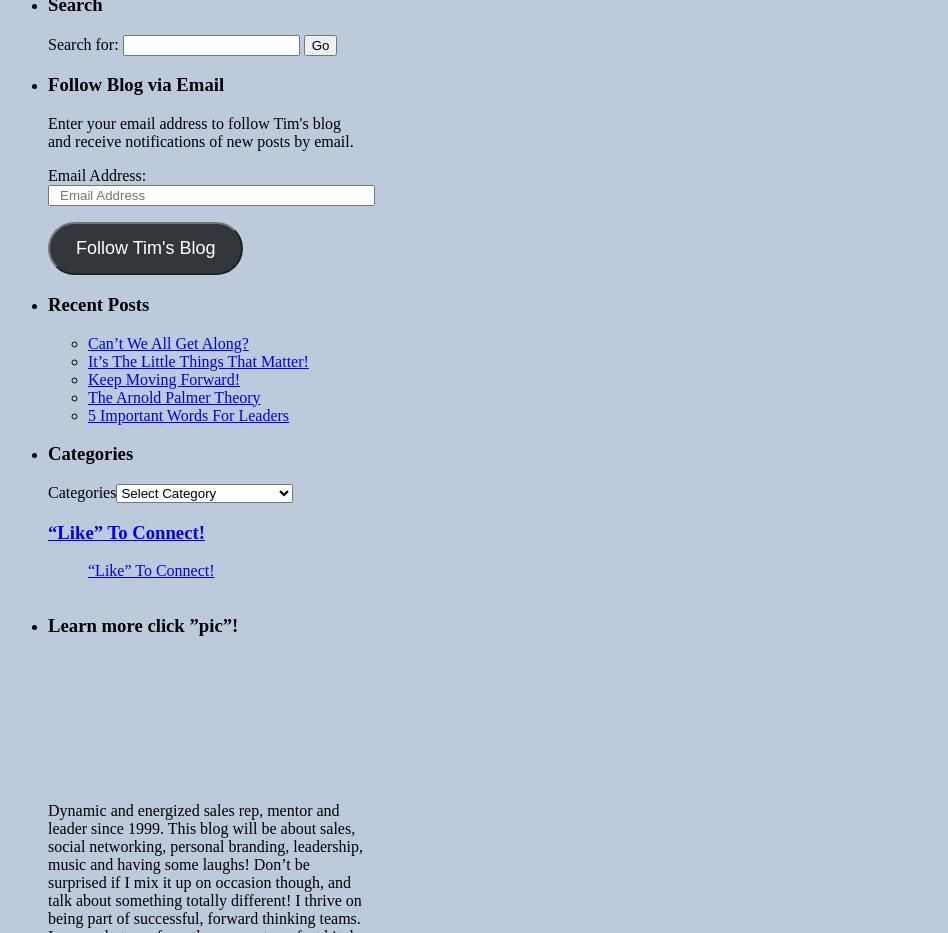 This screenshot has height=933, width=948. Describe the element at coordinates (144, 246) in the screenshot. I see `'Follow Tim's Blog'` at that location.